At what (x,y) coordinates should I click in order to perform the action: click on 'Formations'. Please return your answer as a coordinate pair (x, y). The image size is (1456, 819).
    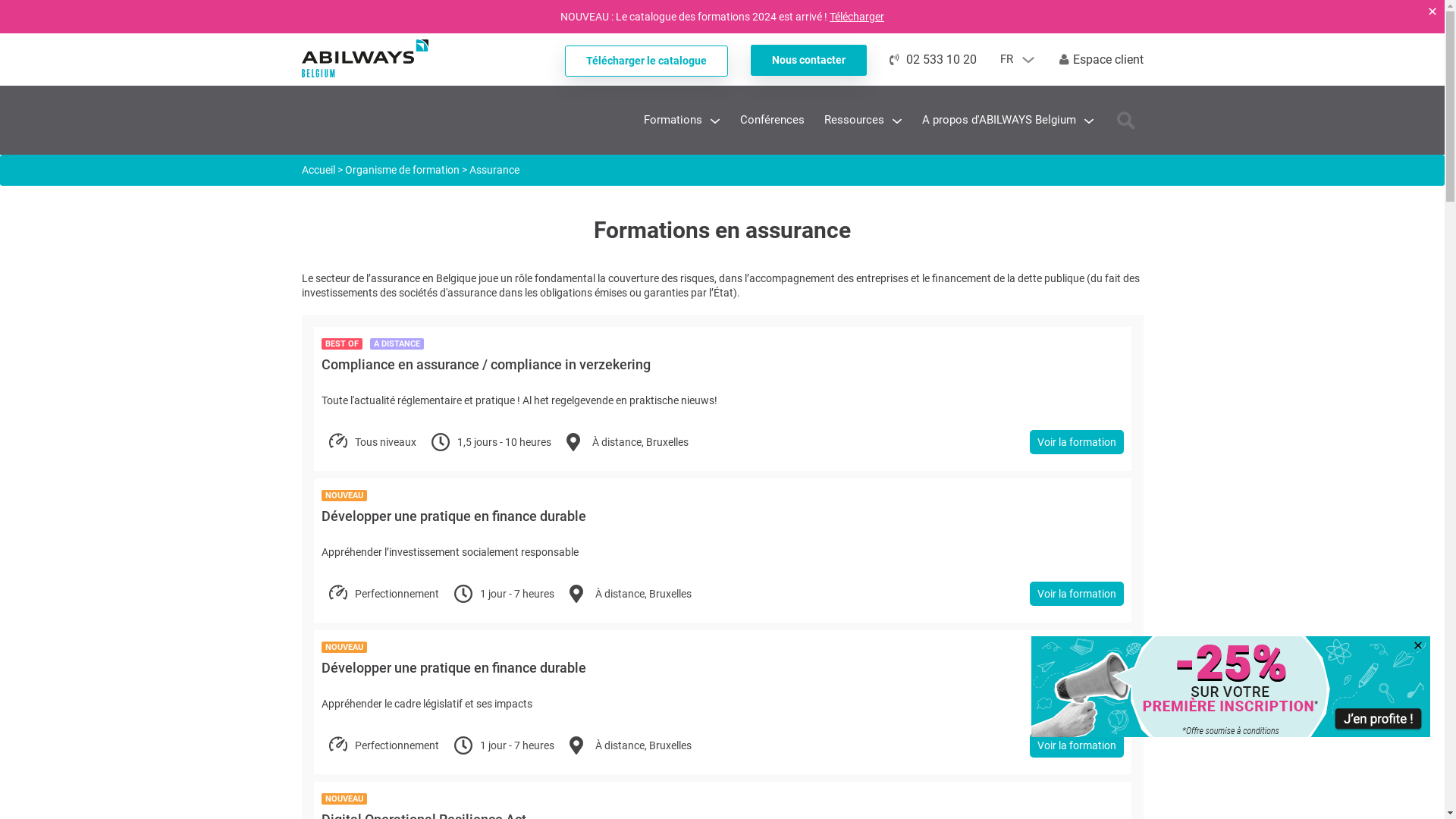
    Looking at the image, I should click on (671, 119).